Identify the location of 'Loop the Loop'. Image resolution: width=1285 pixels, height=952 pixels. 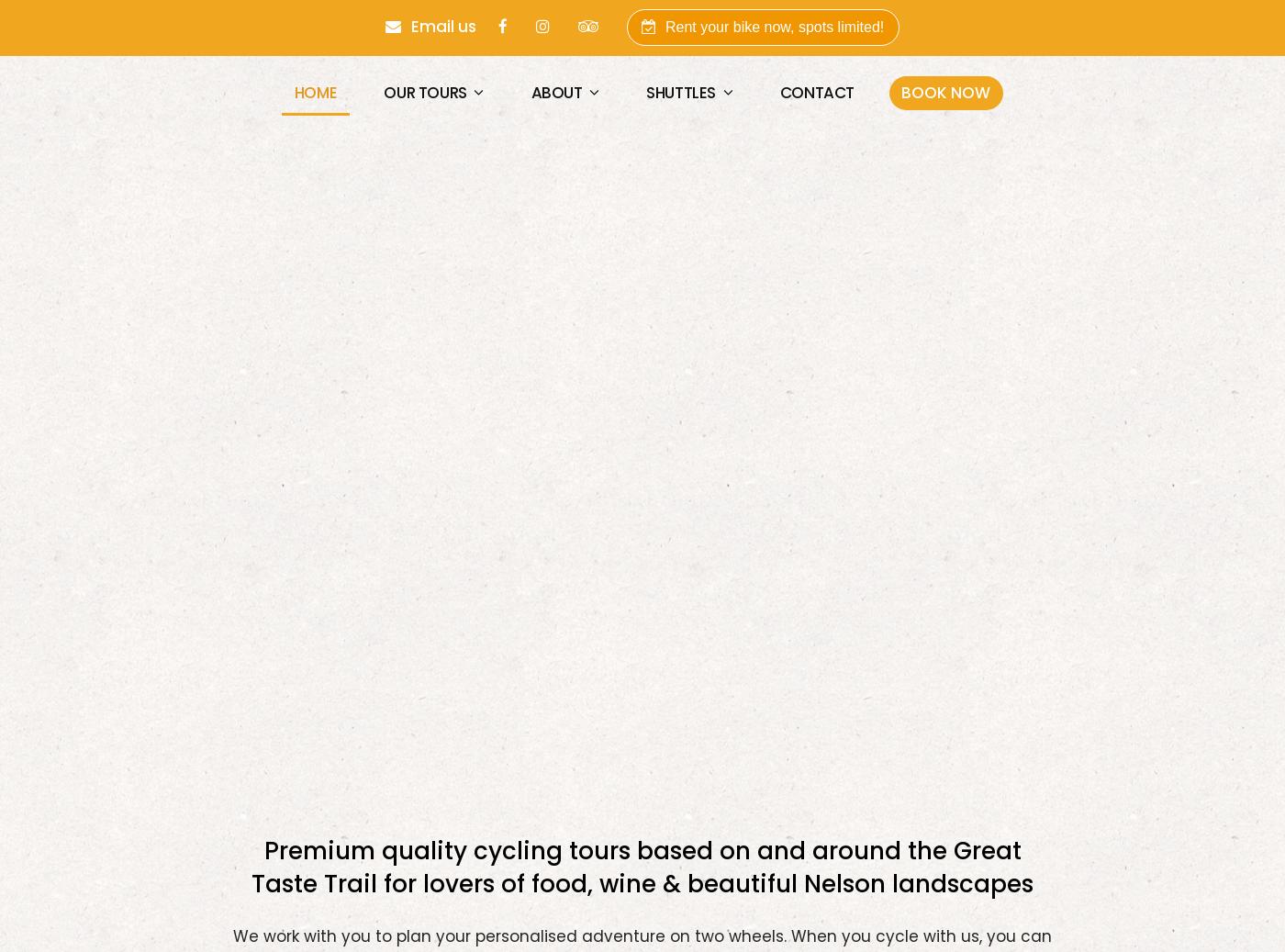
(676, 397).